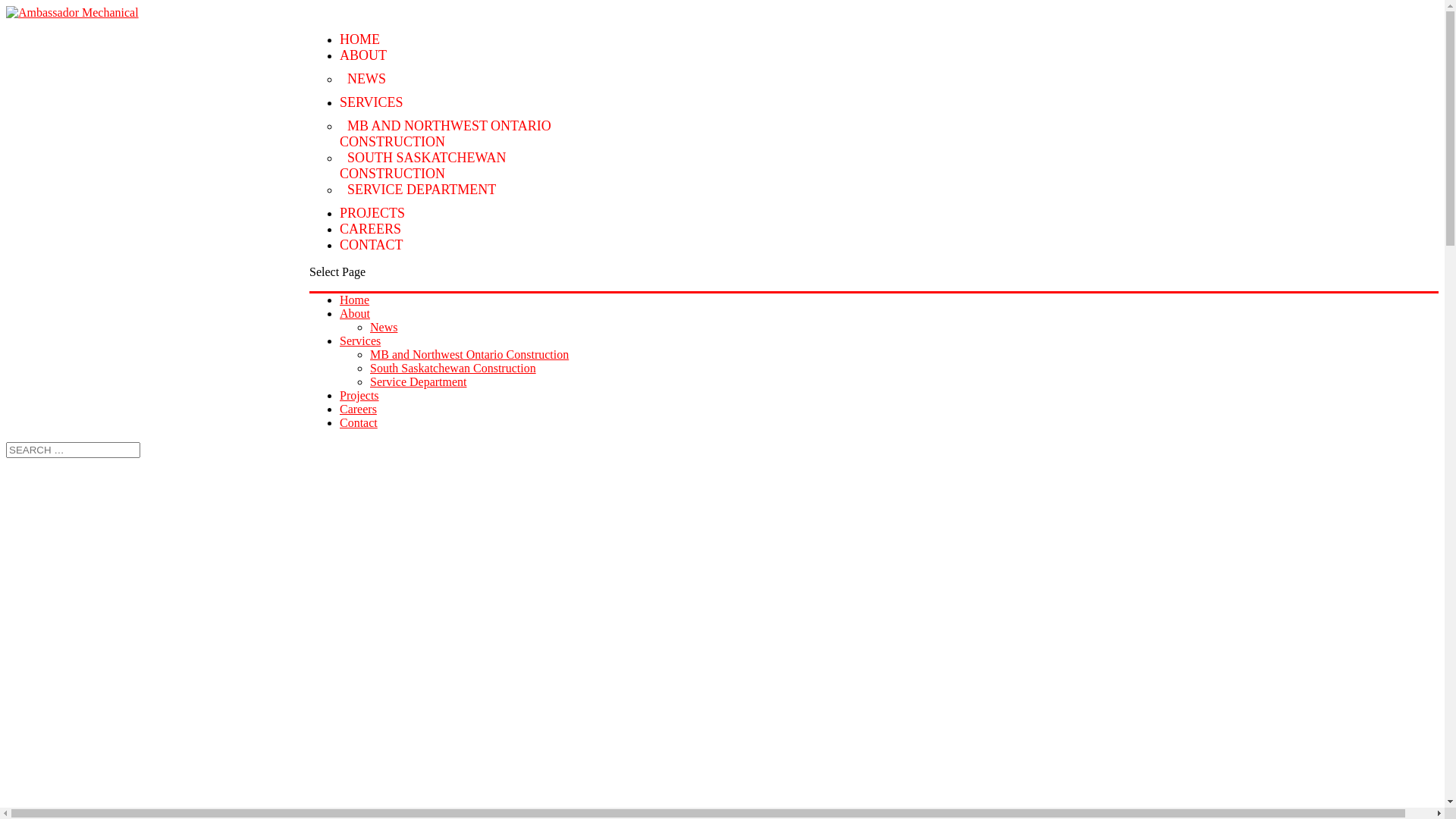 Image resolution: width=1456 pixels, height=819 pixels. Describe the element at coordinates (366, 79) in the screenshot. I see `'NEWS'` at that location.